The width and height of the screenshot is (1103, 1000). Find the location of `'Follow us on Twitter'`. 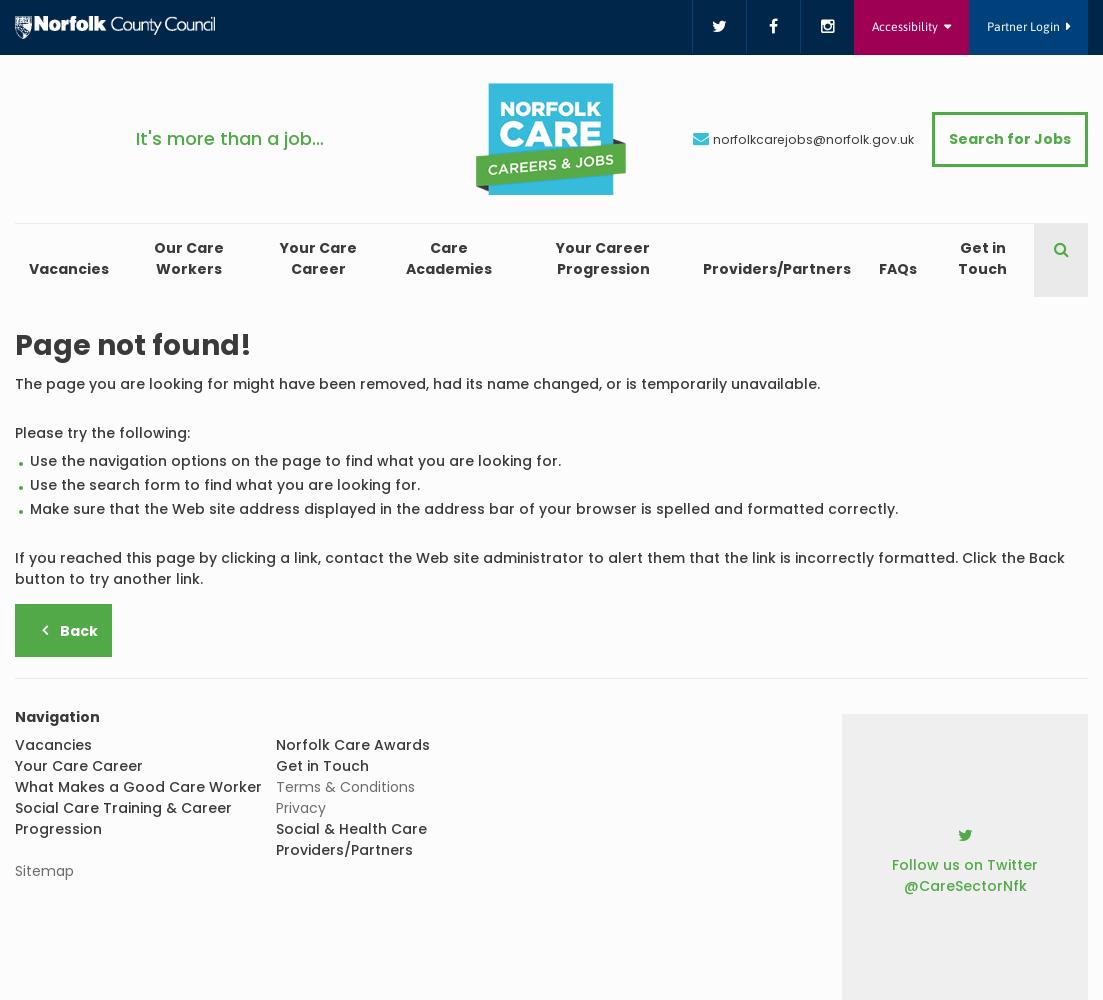

'Follow us on Twitter' is located at coordinates (965, 864).